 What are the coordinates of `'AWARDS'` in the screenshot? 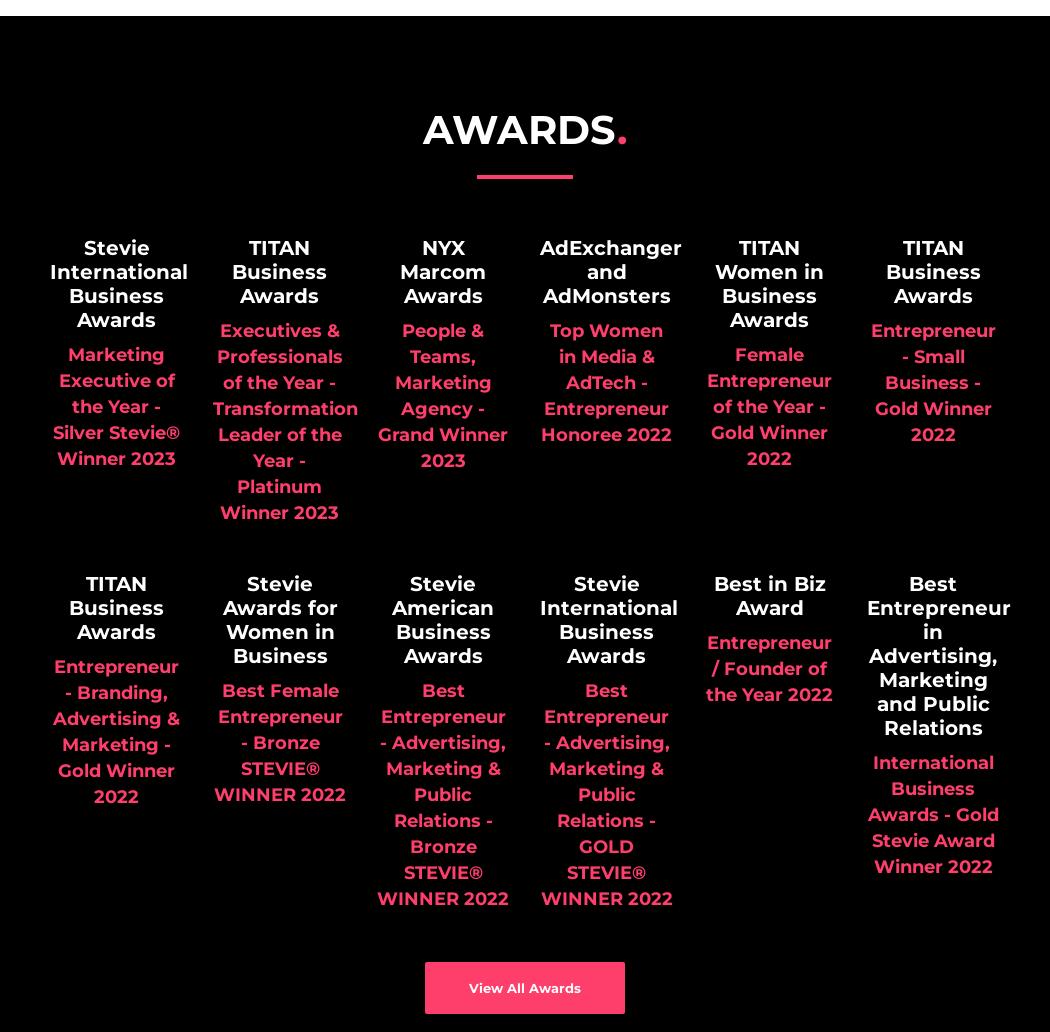 It's located at (518, 129).